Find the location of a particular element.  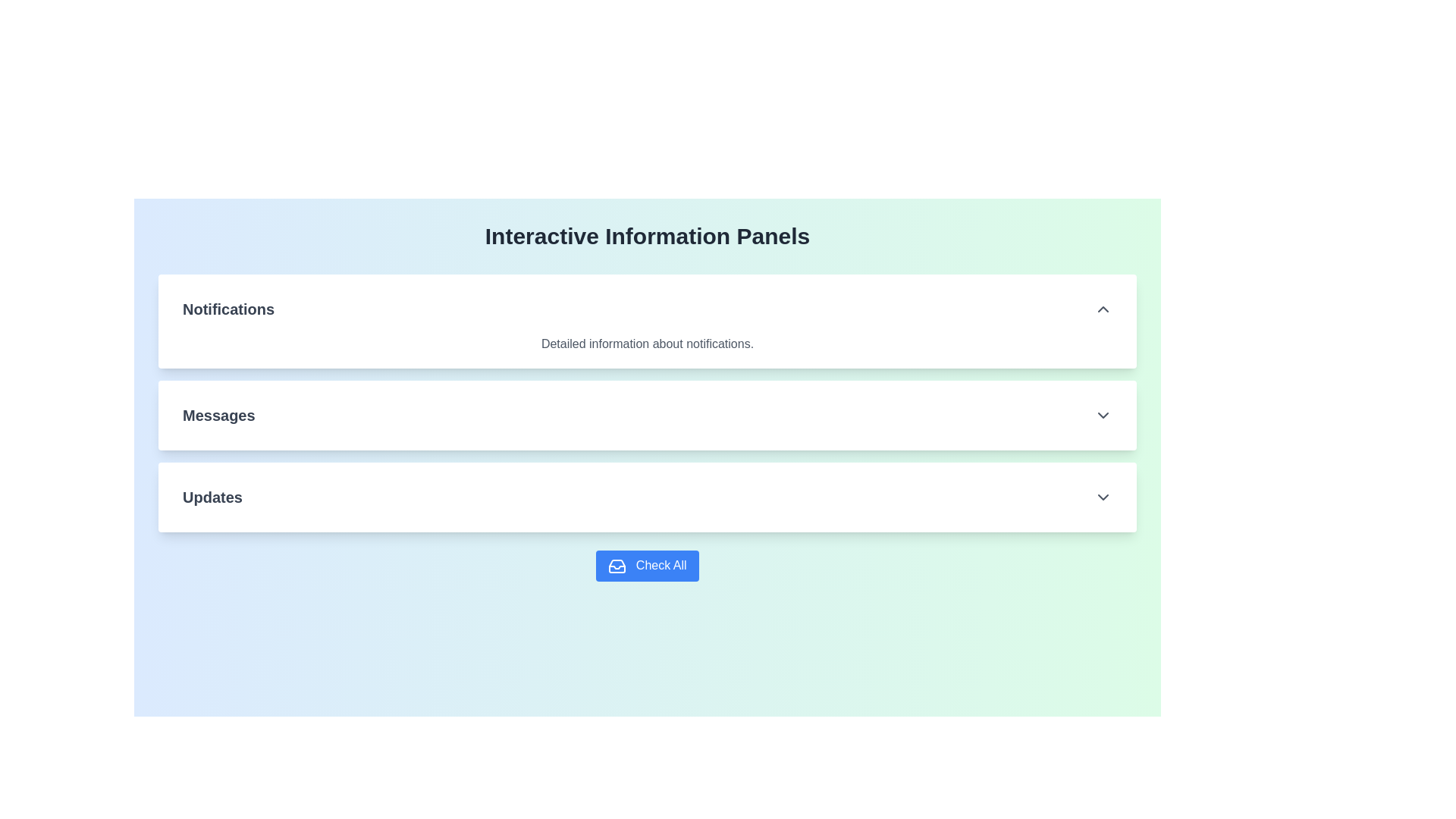

the Text label that serves as a heading for the collapsible notification panel under 'Interactive Information Panels' is located at coordinates (227, 309).